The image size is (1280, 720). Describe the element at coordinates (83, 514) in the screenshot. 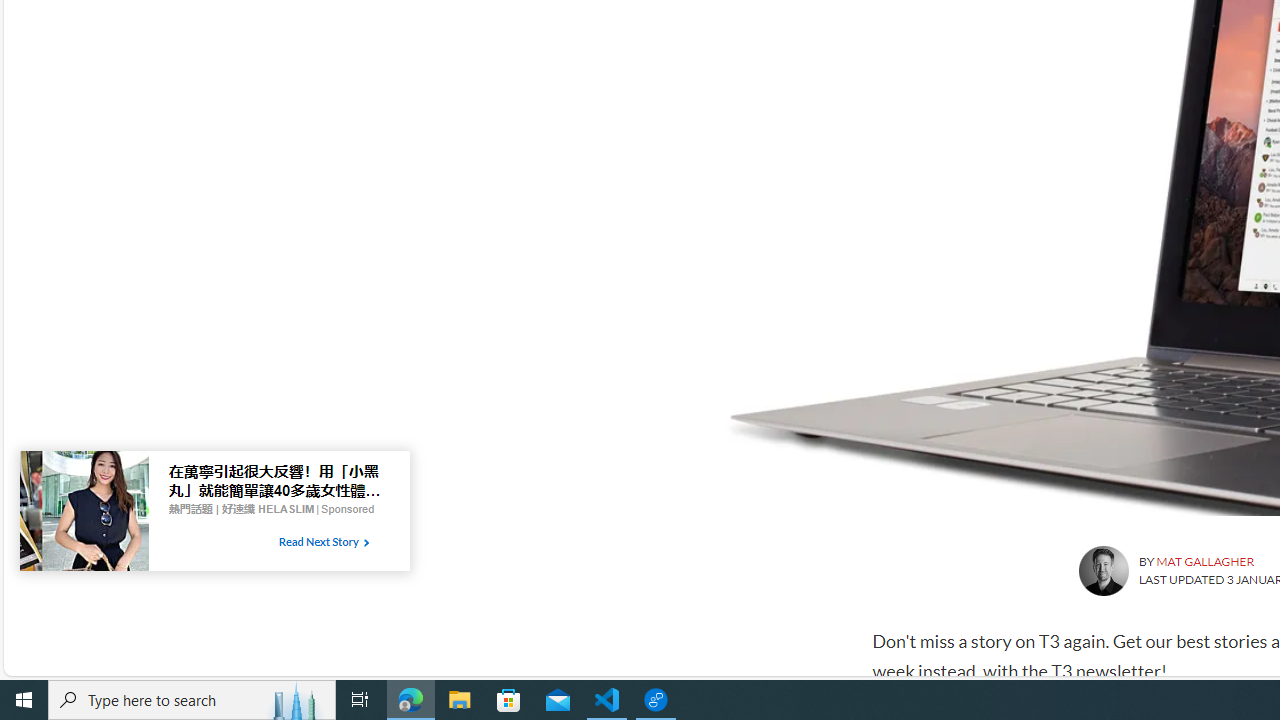

I see `'Image for Taboola Advertising Unit'` at that location.